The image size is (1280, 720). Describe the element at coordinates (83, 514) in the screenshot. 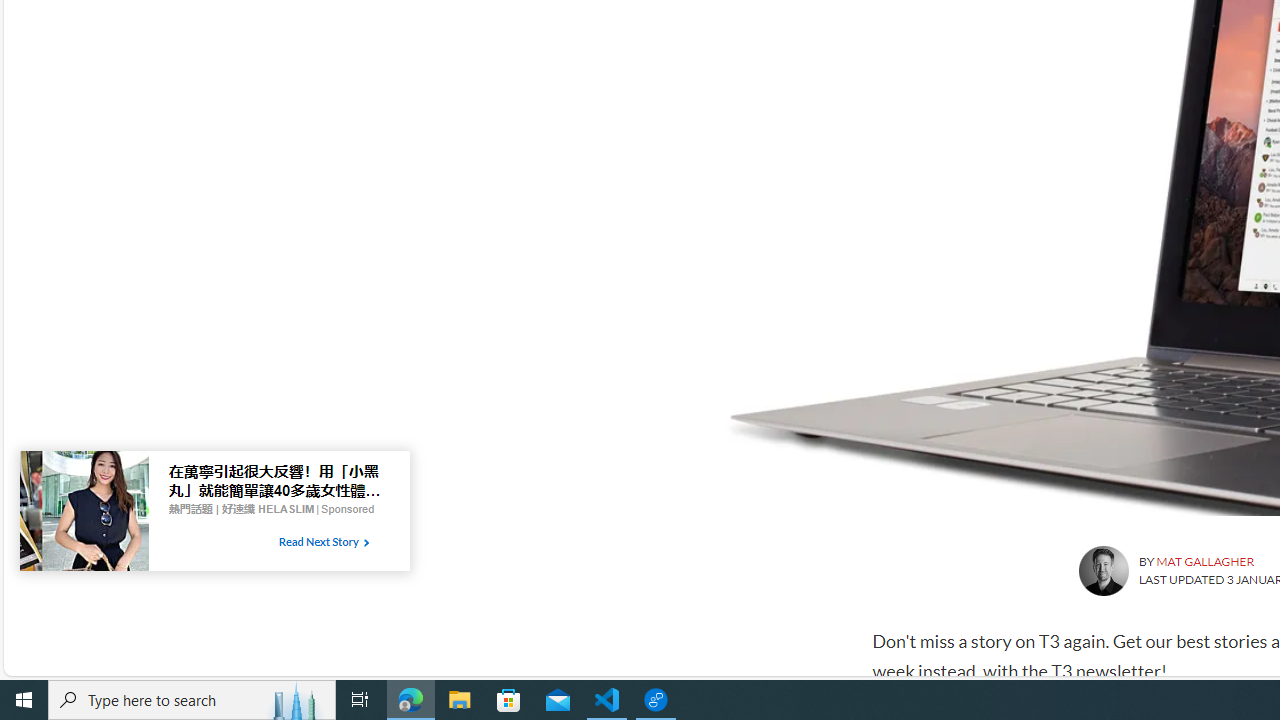

I see `'Image for Taboola Advertising Unit'` at that location.